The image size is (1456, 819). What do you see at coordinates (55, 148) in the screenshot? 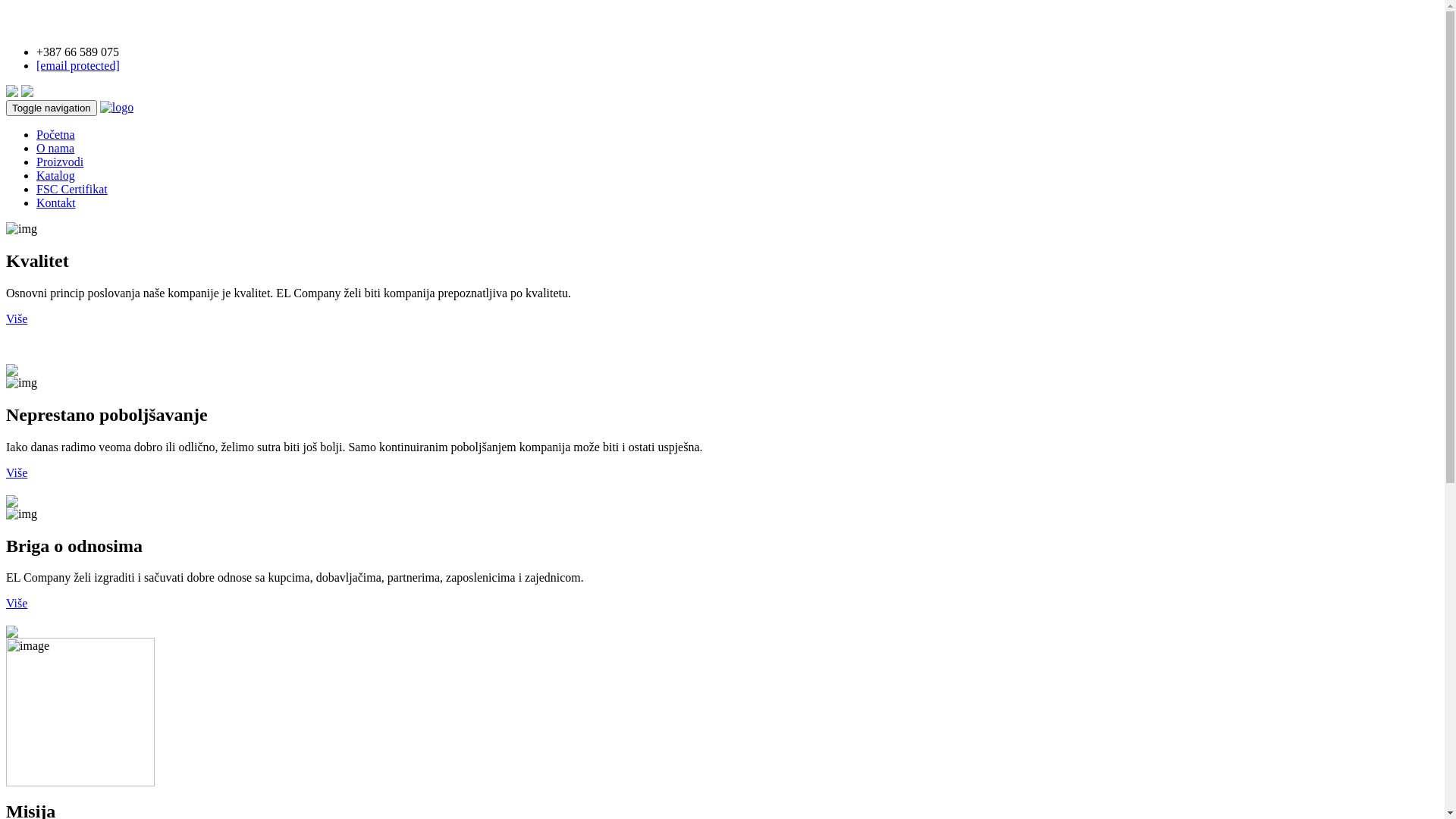
I see `'O nama'` at bounding box center [55, 148].